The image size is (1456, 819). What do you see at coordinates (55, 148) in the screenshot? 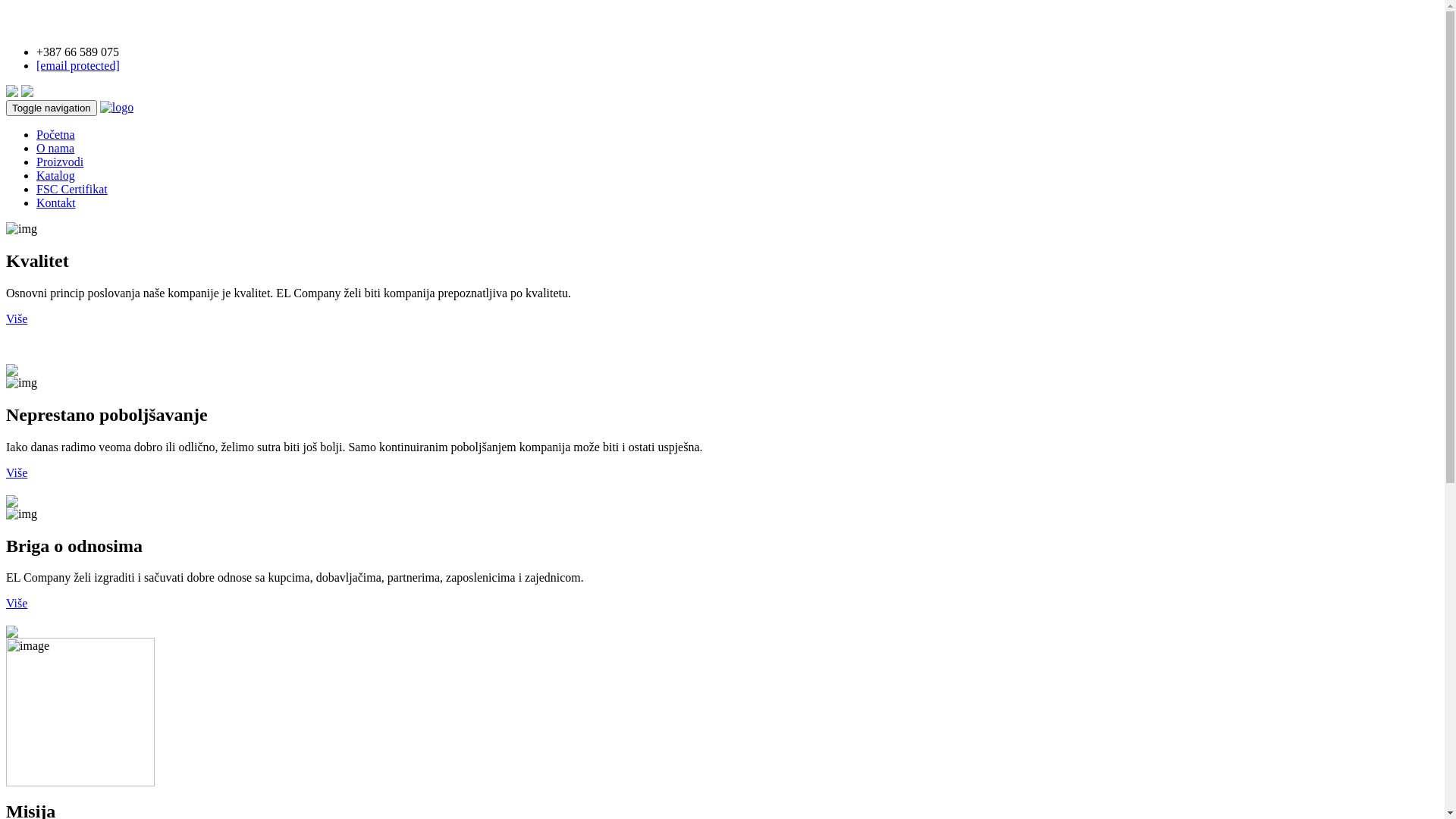
I see `'O nama'` at bounding box center [55, 148].